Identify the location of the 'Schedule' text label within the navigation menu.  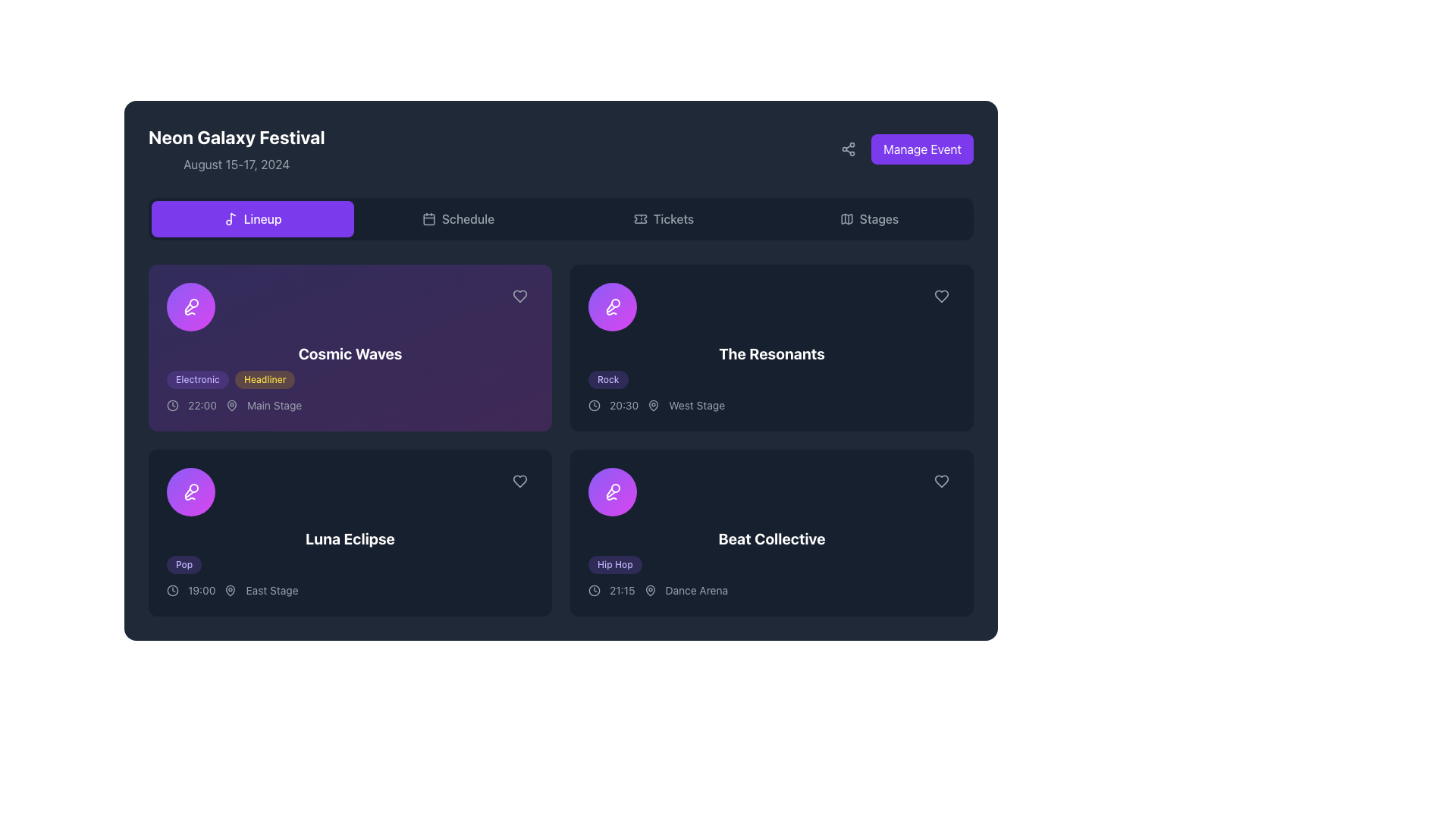
(467, 219).